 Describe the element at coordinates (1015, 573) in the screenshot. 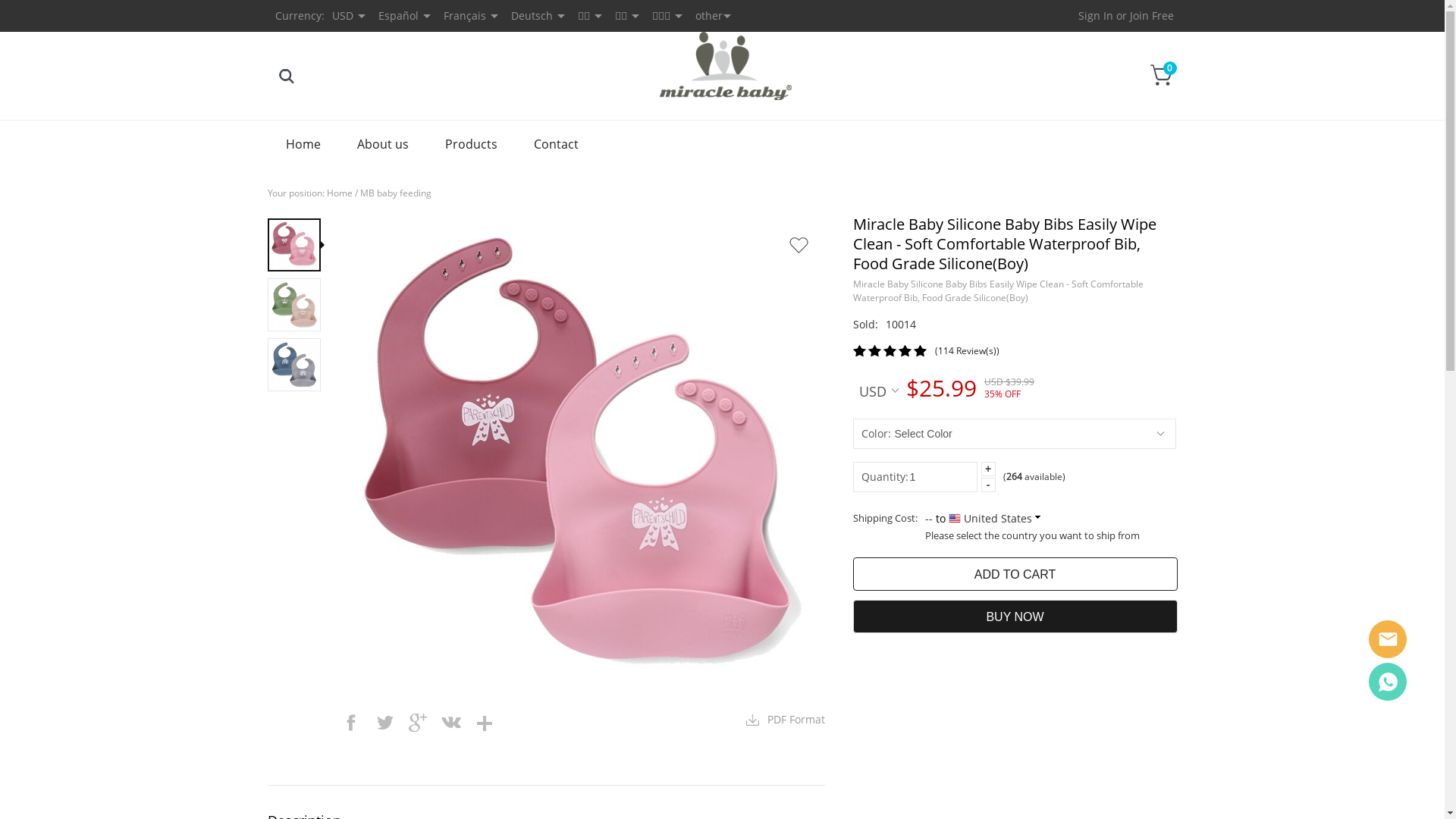

I see `'Add to Cart'` at that location.